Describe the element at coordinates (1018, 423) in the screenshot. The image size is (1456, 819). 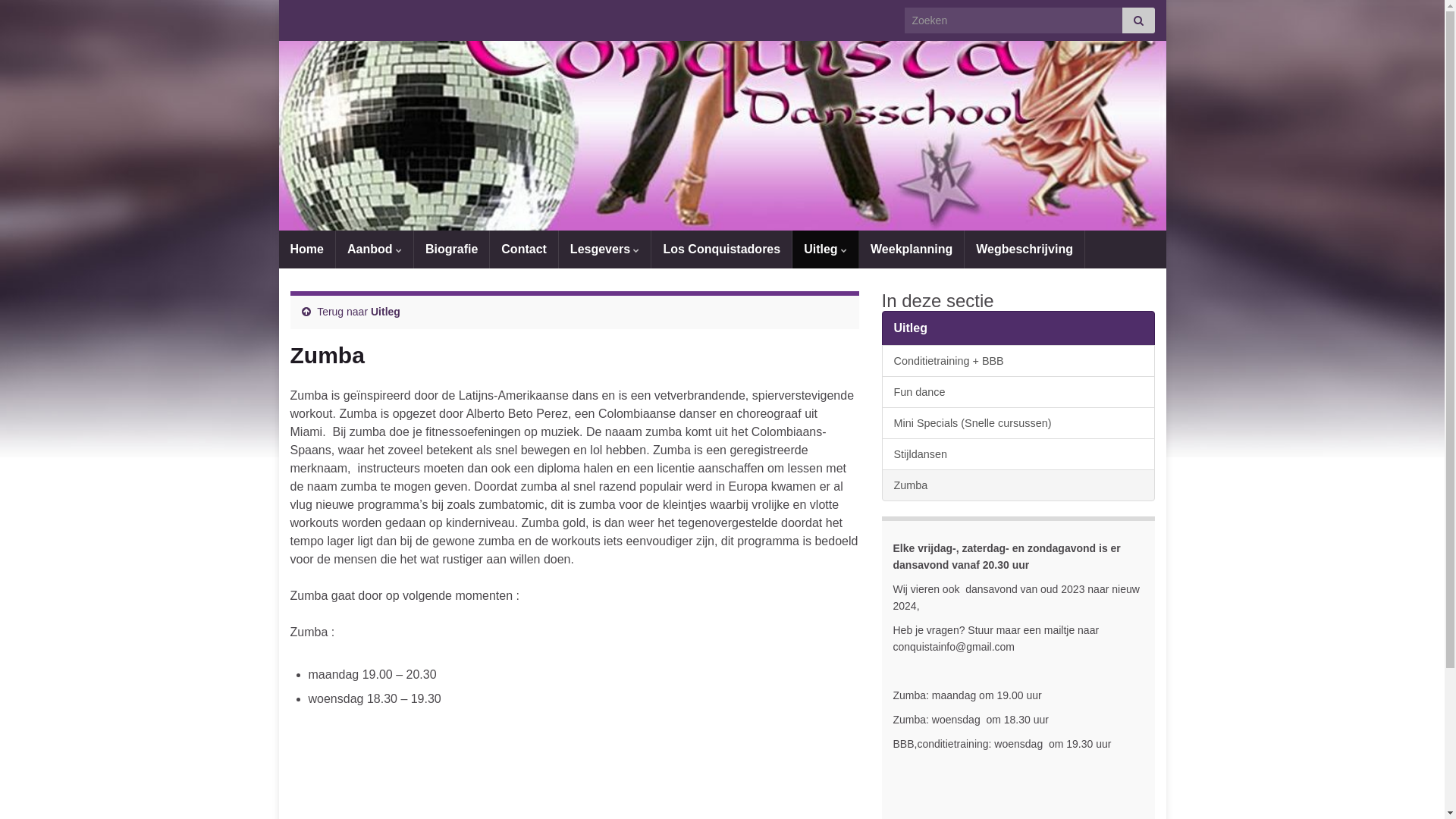
I see `'Mini Specials (Snelle cursussen)'` at that location.